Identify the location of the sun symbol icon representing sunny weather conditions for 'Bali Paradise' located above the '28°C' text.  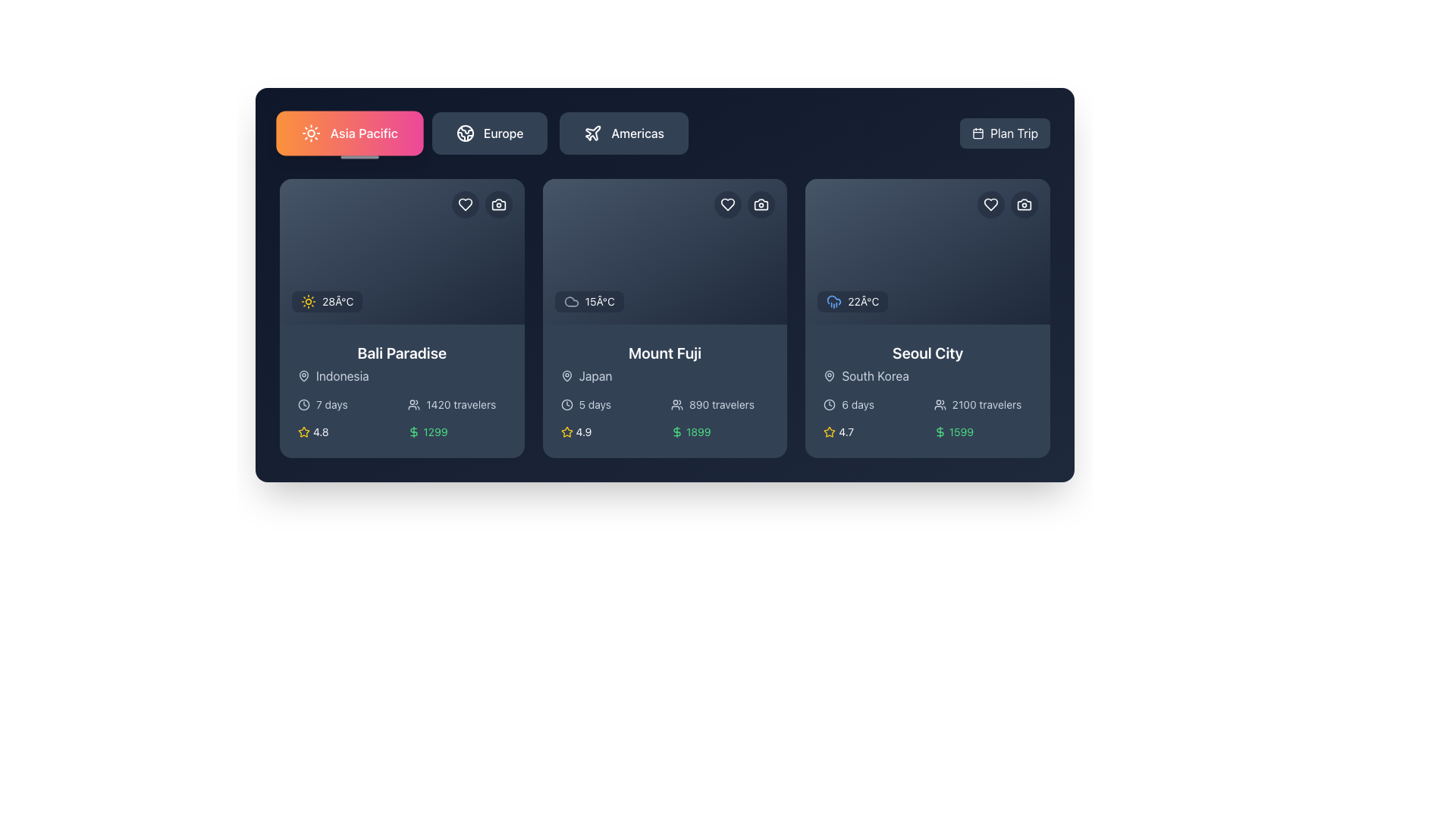
(308, 301).